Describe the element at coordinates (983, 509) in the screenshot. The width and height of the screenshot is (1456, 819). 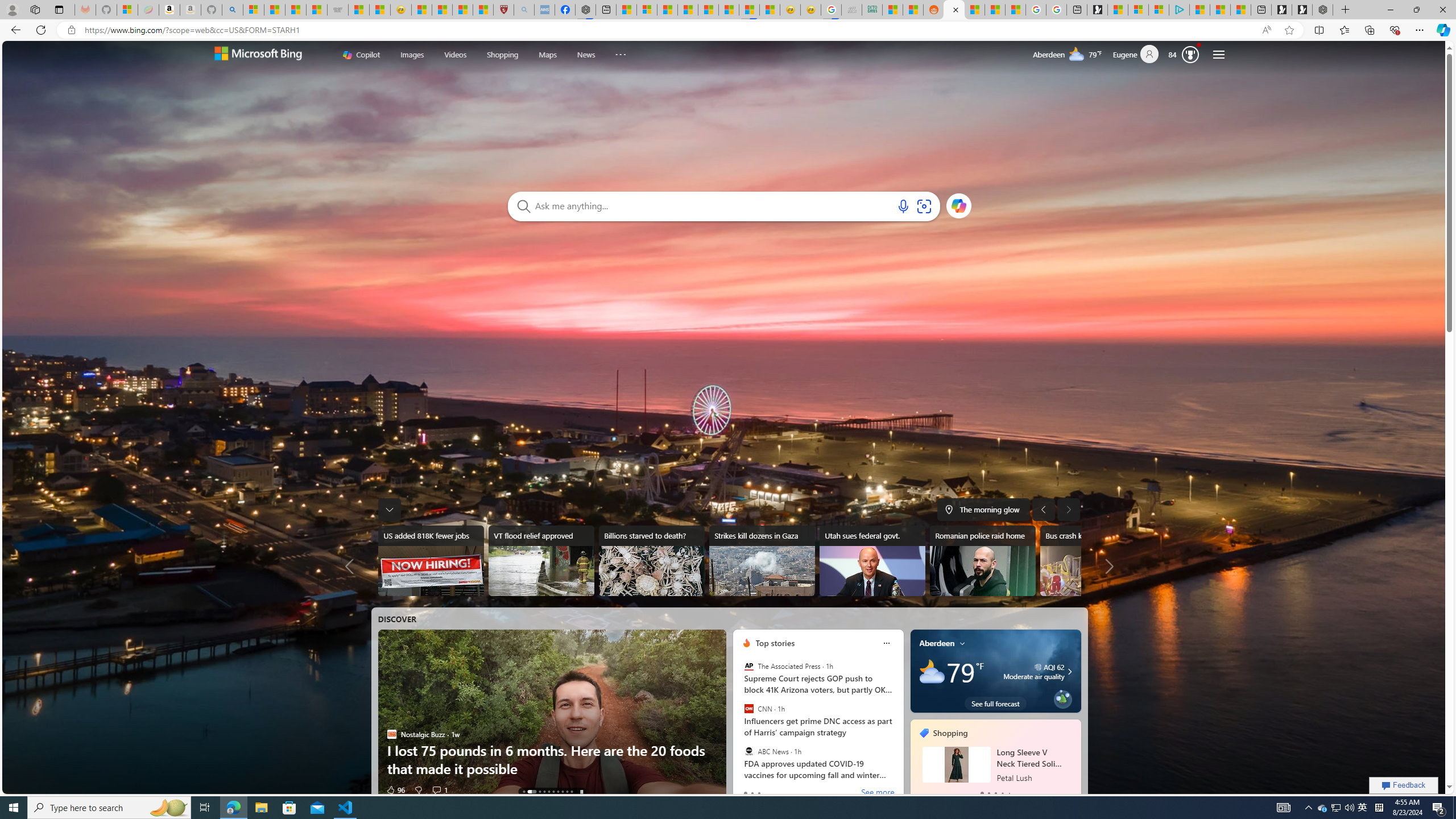
I see `'The morning glow'` at that location.